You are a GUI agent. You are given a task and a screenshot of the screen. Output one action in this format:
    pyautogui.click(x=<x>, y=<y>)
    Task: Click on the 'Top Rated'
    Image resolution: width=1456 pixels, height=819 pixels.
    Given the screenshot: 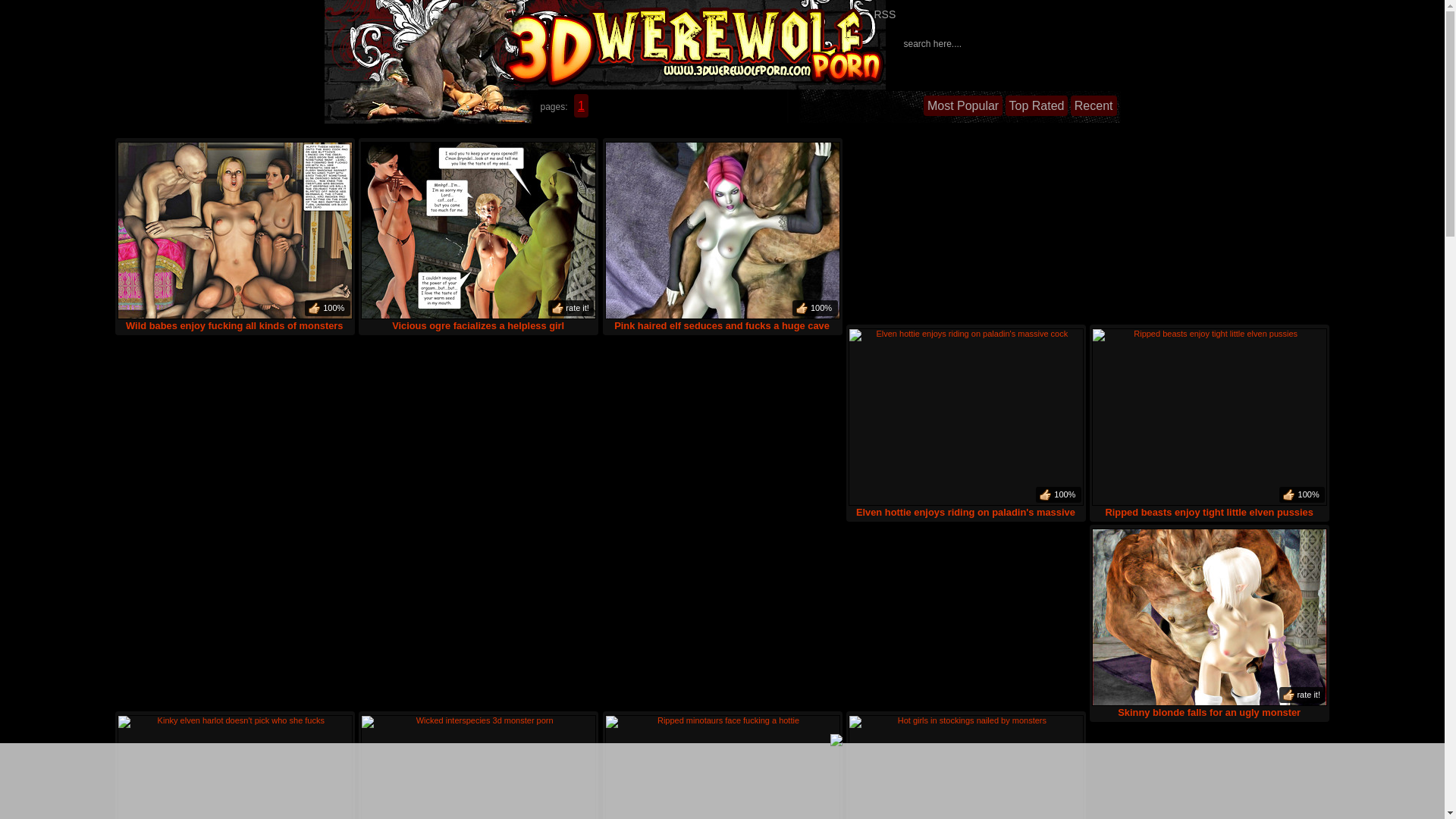 What is the action you would take?
    pyautogui.click(x=1005, y=105)
    